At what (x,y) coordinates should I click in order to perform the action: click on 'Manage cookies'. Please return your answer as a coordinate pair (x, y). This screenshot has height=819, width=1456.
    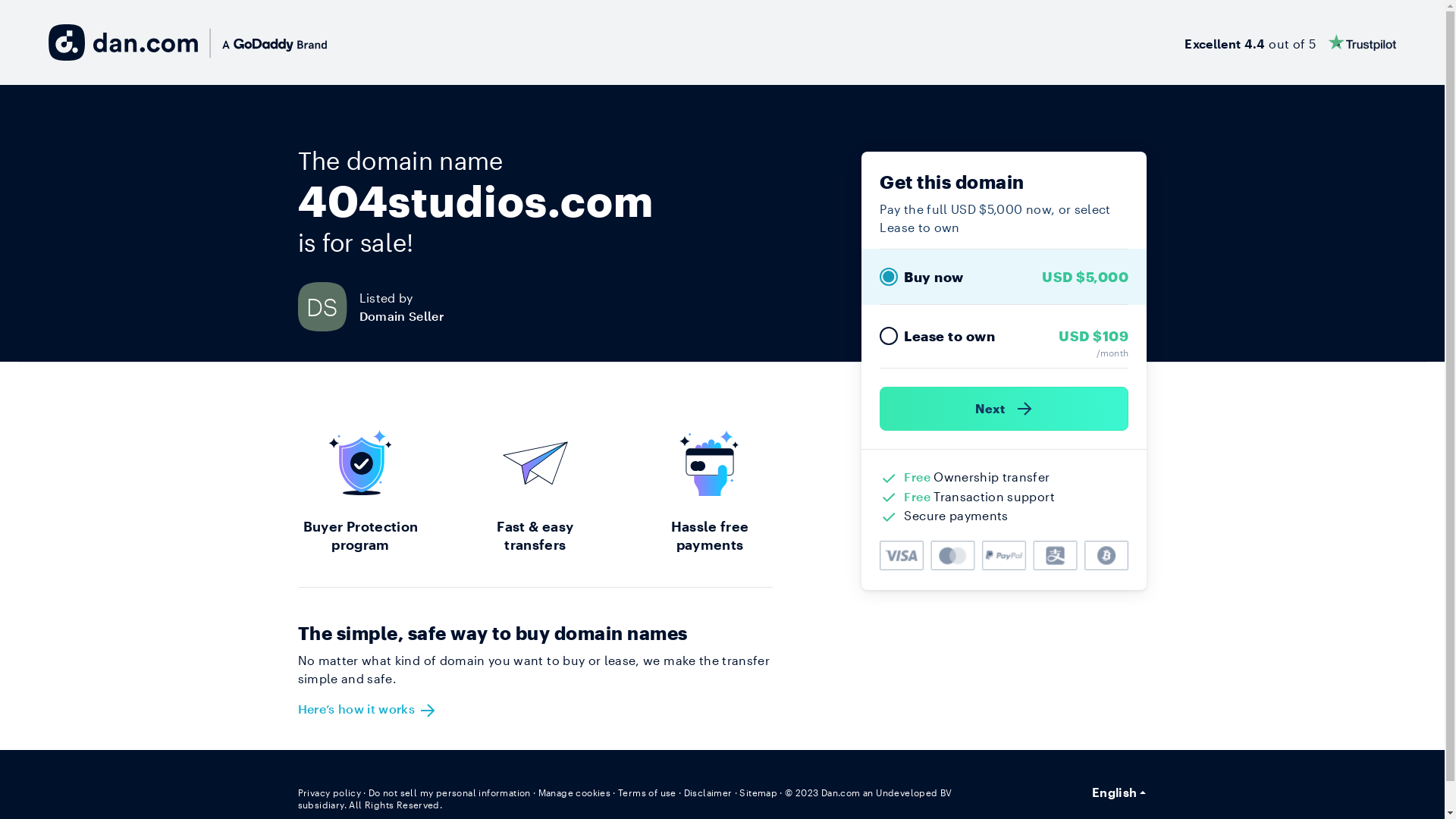
    Looking at the image, I should click on (538, 792).